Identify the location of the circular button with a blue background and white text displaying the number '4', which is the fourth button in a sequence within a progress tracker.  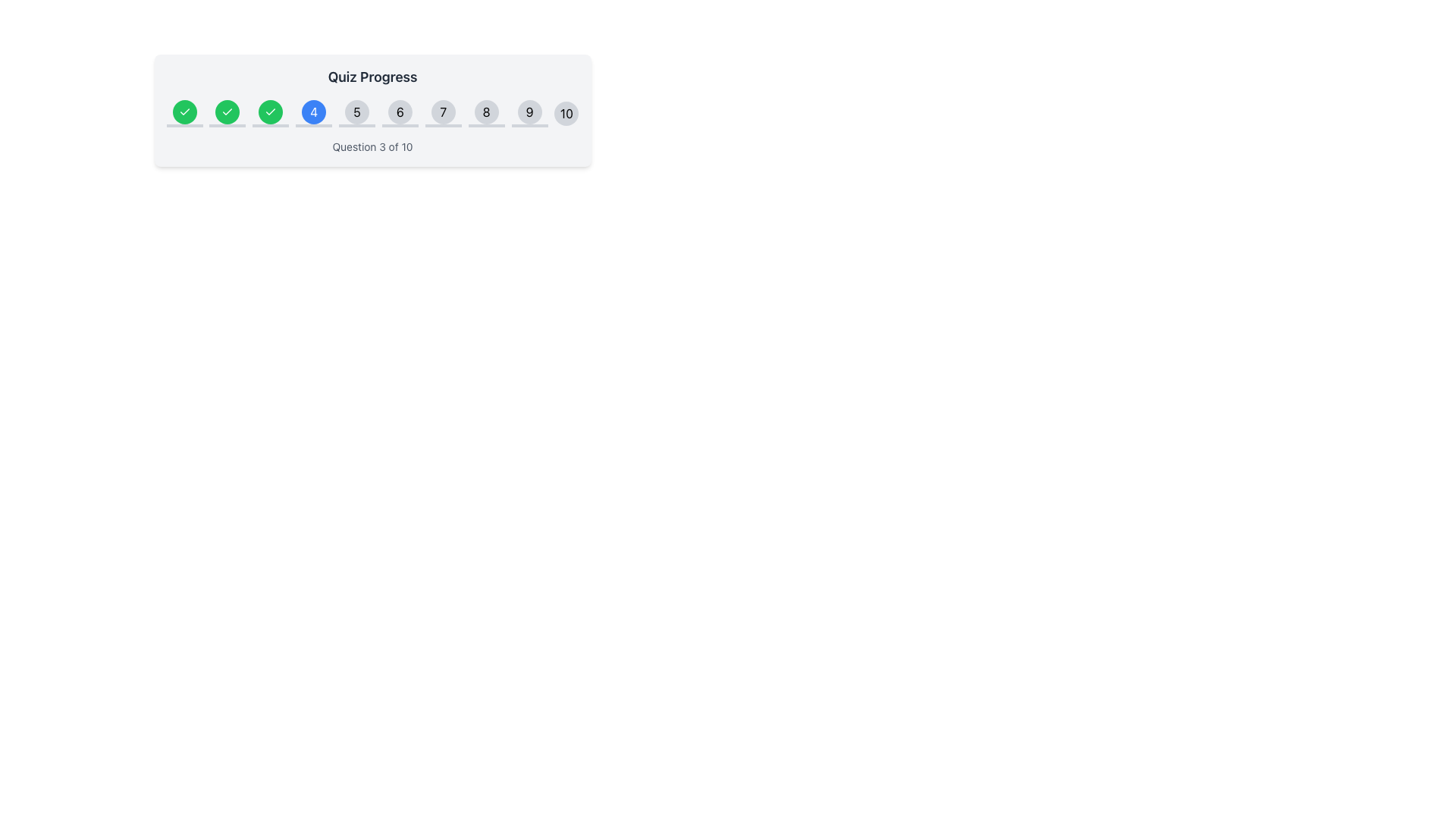
(313, 111).